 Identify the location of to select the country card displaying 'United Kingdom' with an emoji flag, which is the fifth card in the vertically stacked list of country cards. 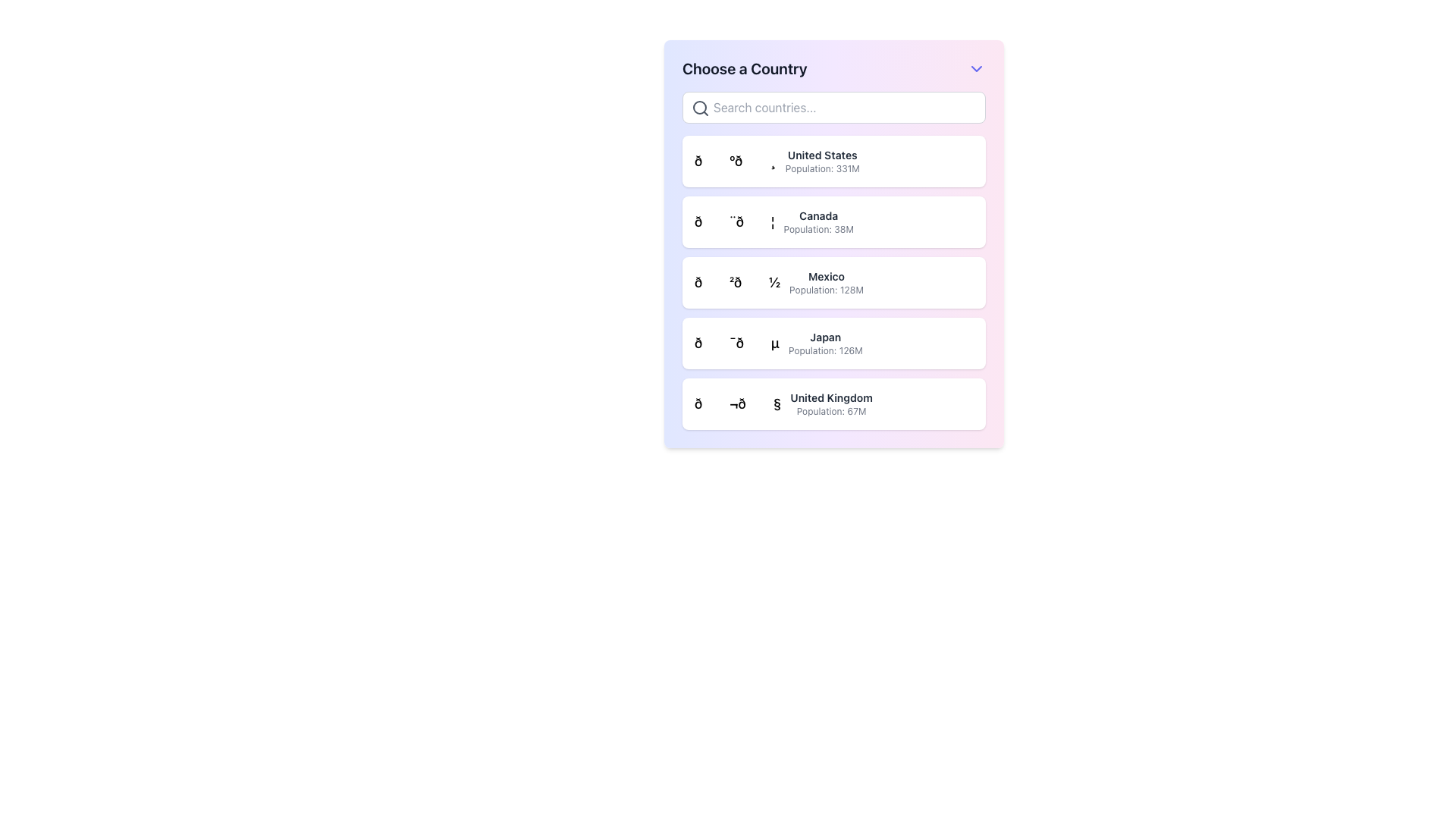
(833, 403).